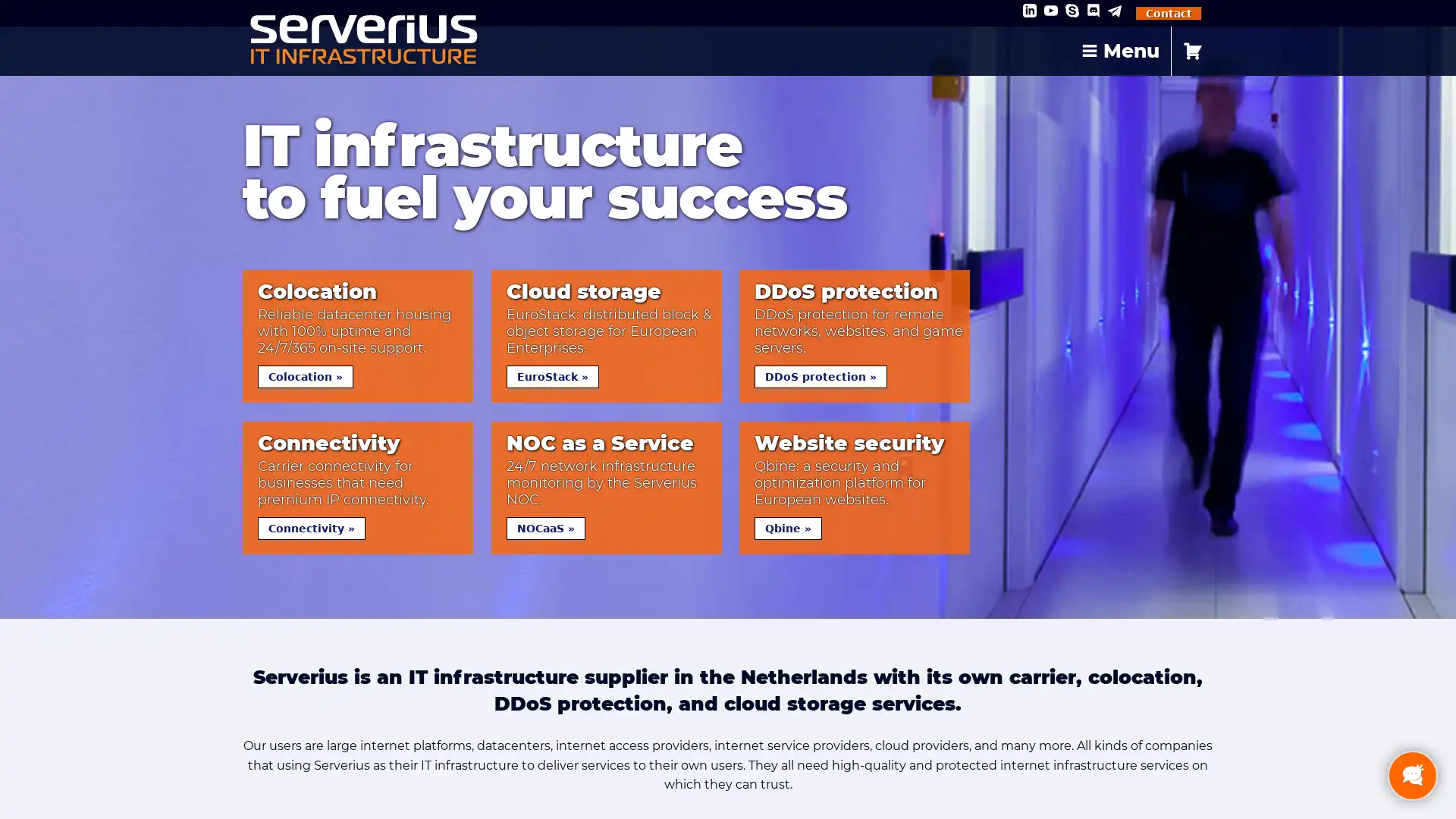  I want to click on DDoS protection, so click(820, 375).